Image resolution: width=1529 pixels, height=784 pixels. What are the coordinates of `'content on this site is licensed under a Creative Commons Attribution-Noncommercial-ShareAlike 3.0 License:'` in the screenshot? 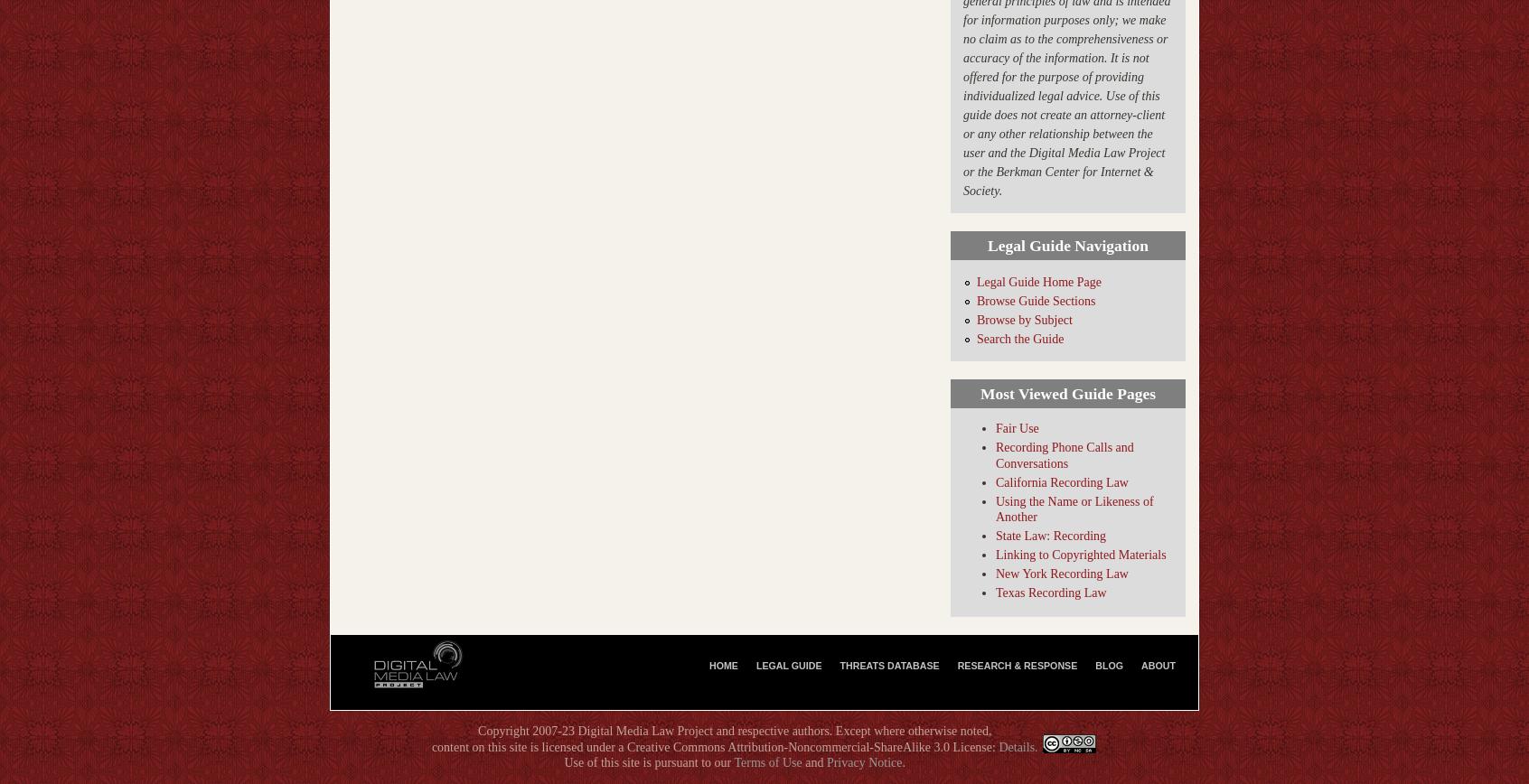 It's located at (715, 746).